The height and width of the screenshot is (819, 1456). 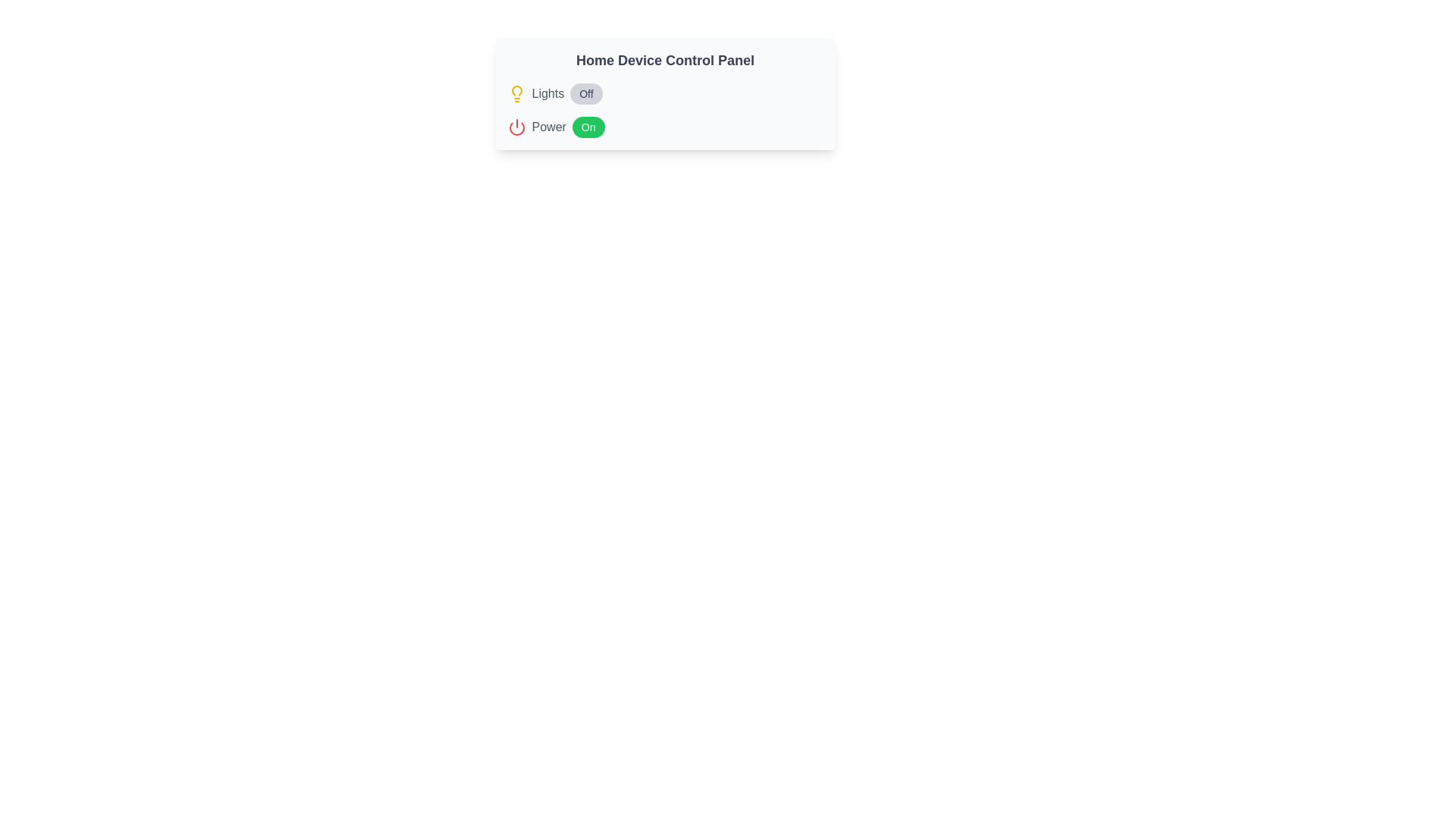 I want to click on the 'Lights' text label which is styled in medium gray font, located between a lightbulb icon and an 'Off' button in the light controls section, so click(x=547, y=93).